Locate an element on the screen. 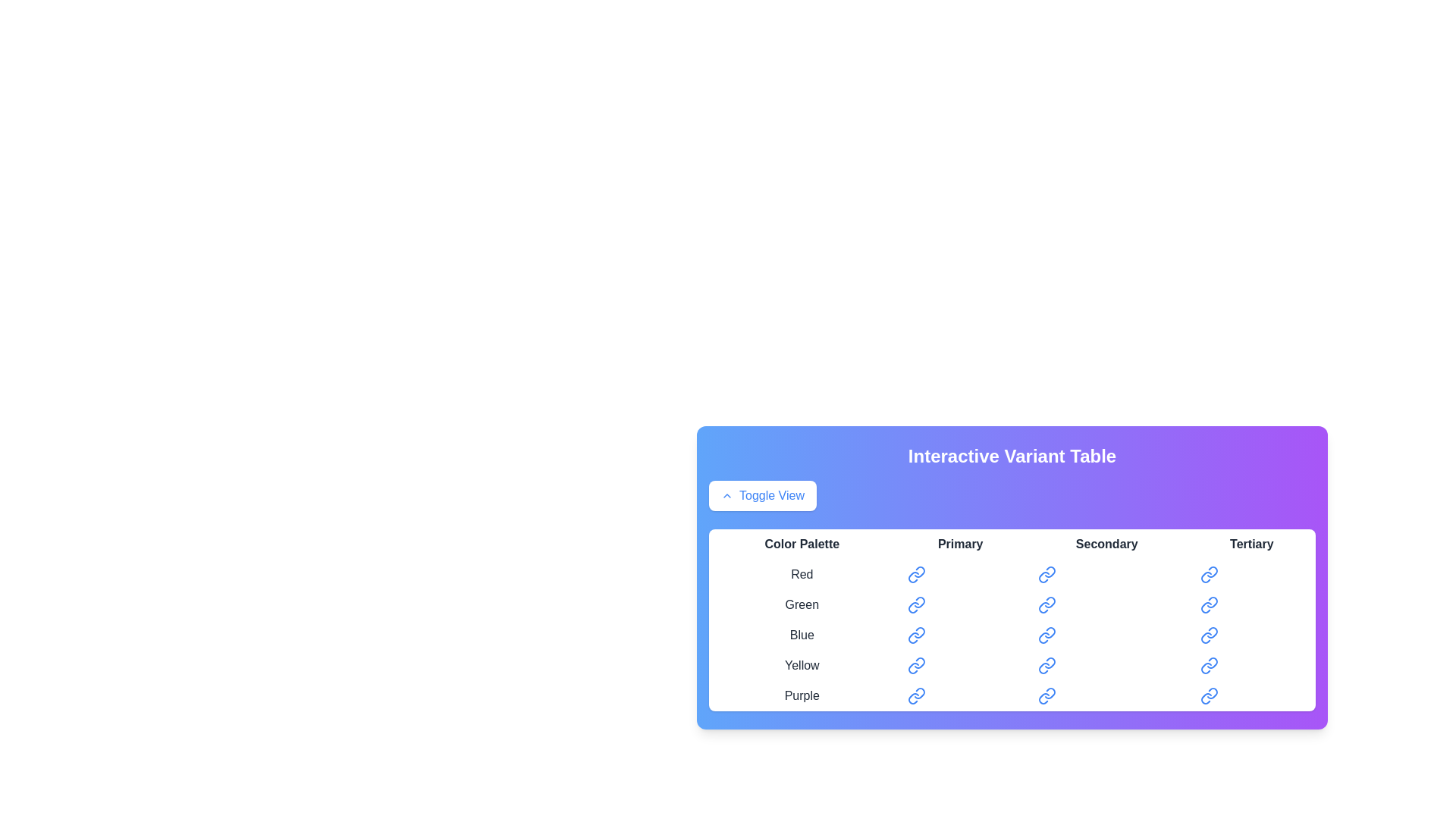 This screenshot has width=1456, height=819. text of the label indicating the color 'Green' located in the second row of the 'Color Palette' section in the table is located at coordinates (801, 604).